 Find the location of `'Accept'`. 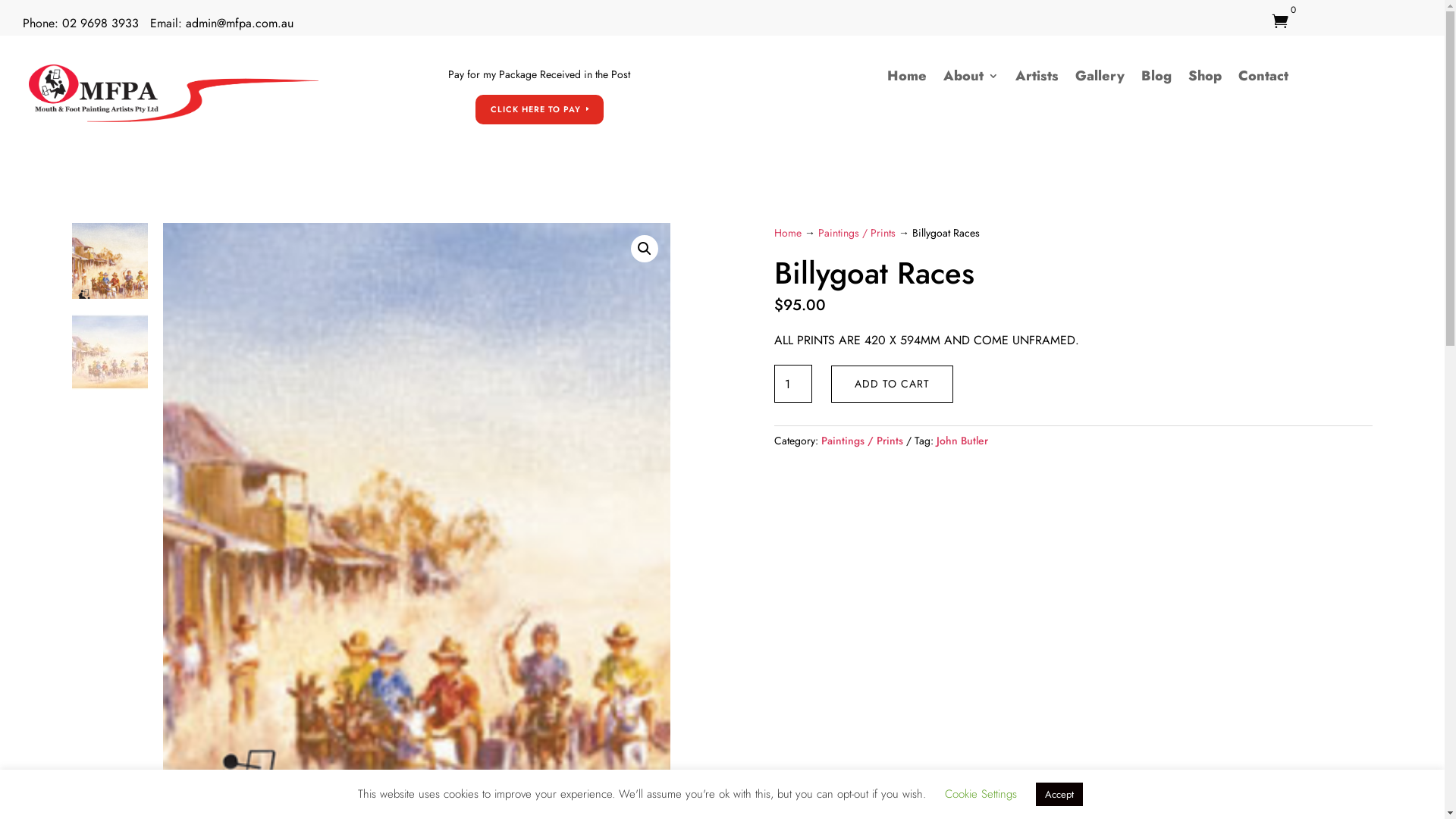

'Accept' is located at coordinates (1035, 793).